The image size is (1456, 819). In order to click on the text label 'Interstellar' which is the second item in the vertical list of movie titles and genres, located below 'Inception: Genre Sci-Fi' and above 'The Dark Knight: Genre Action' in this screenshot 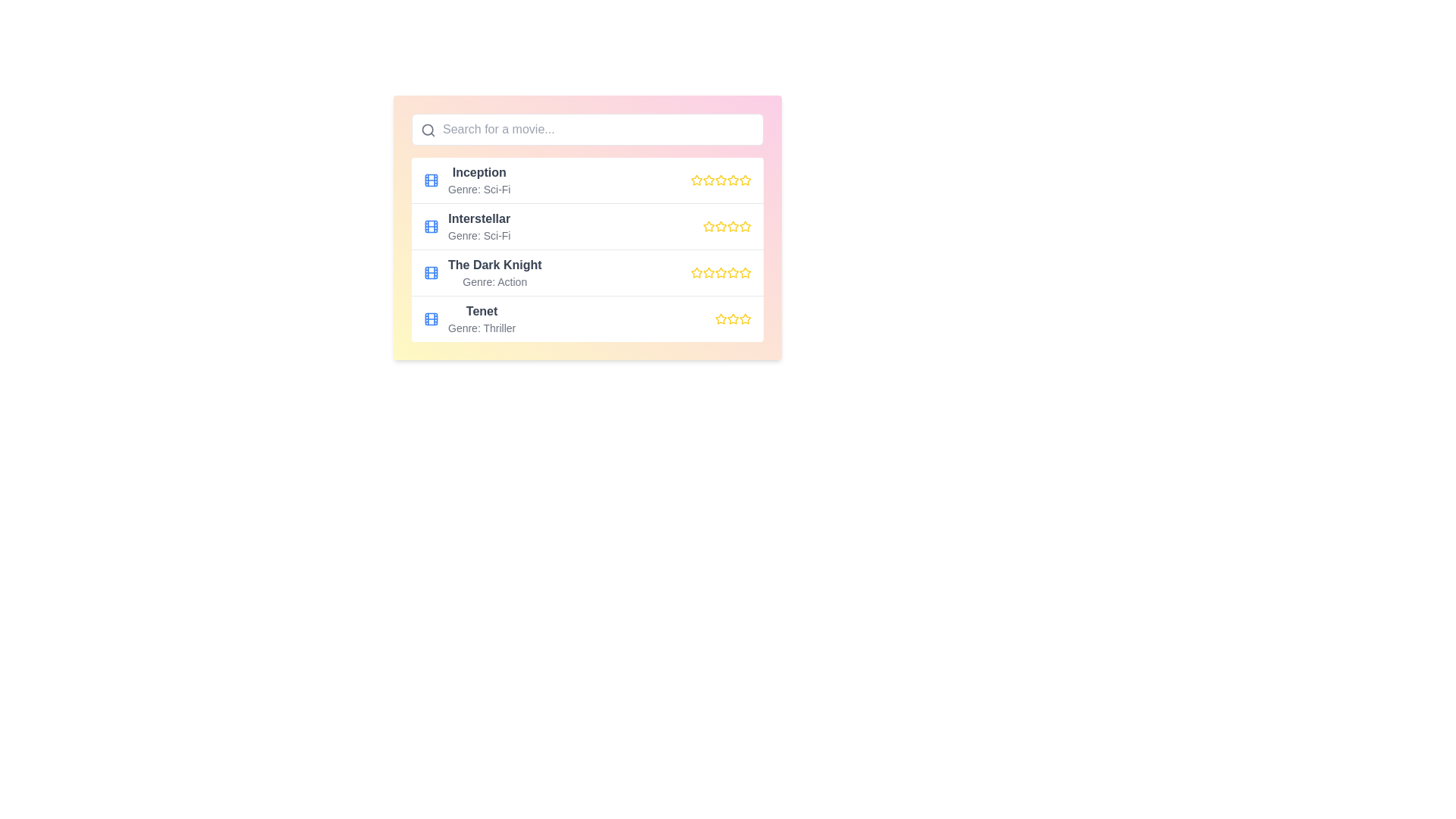, I will do `click(479, 227)`.